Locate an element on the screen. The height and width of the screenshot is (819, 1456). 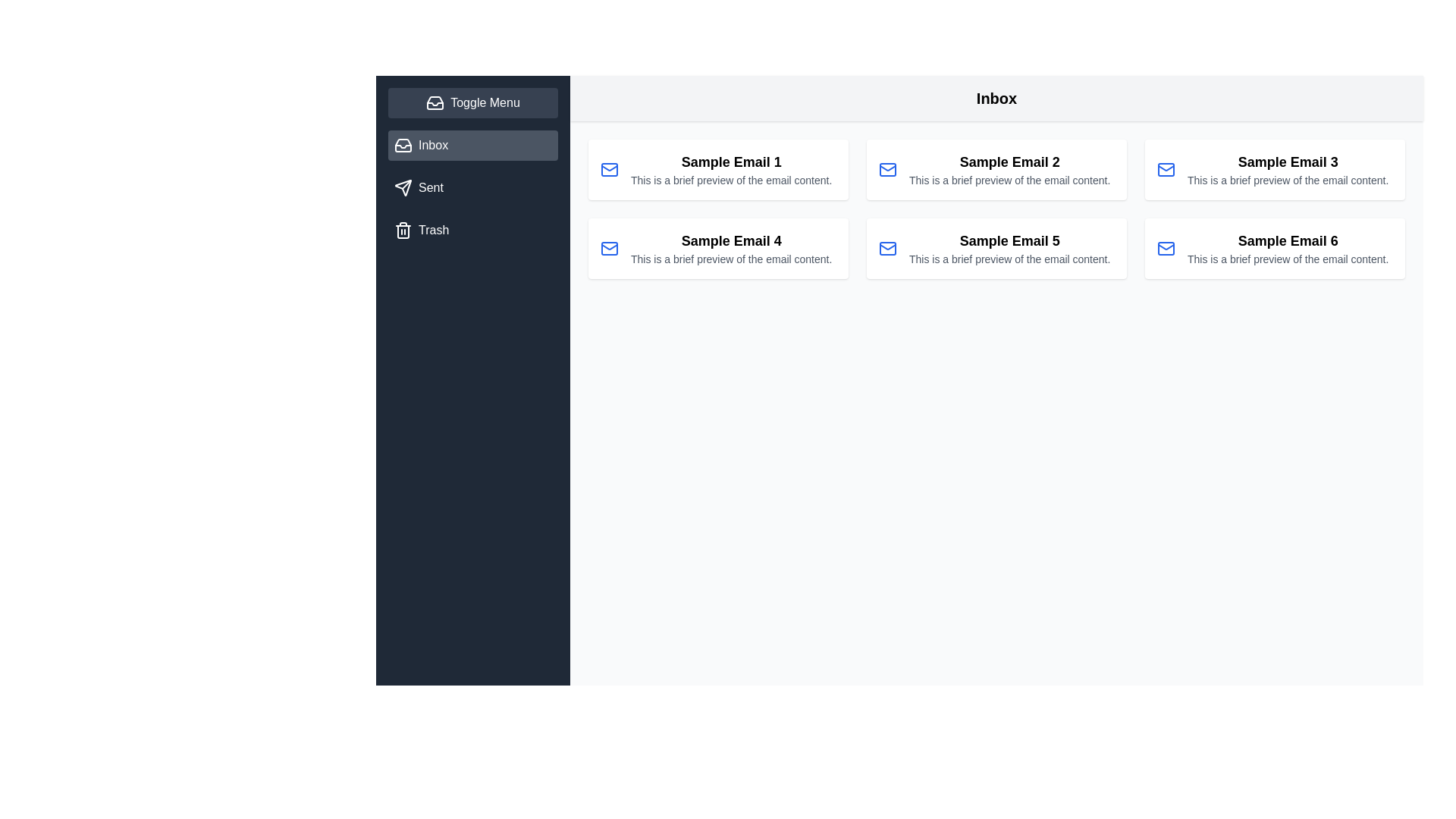
the email preview text block located in the second position of the grid under the 'Inbox' section is located at coordinates (1009, 169).